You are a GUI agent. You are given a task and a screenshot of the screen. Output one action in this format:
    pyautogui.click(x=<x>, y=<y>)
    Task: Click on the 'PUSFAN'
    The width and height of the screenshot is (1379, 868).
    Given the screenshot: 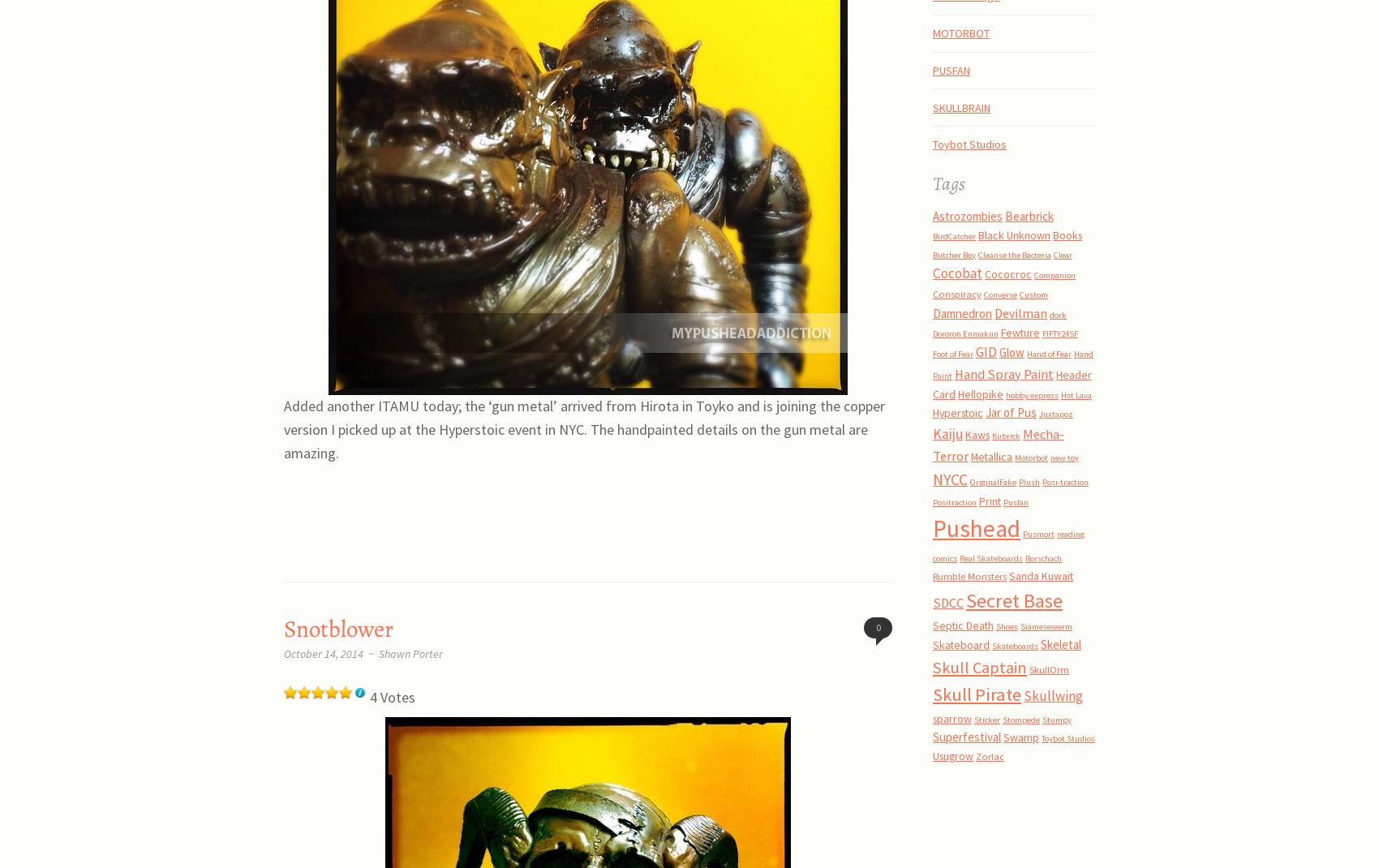 What is the action you would take?
    pyautogui.click(x=951, y=69)
    